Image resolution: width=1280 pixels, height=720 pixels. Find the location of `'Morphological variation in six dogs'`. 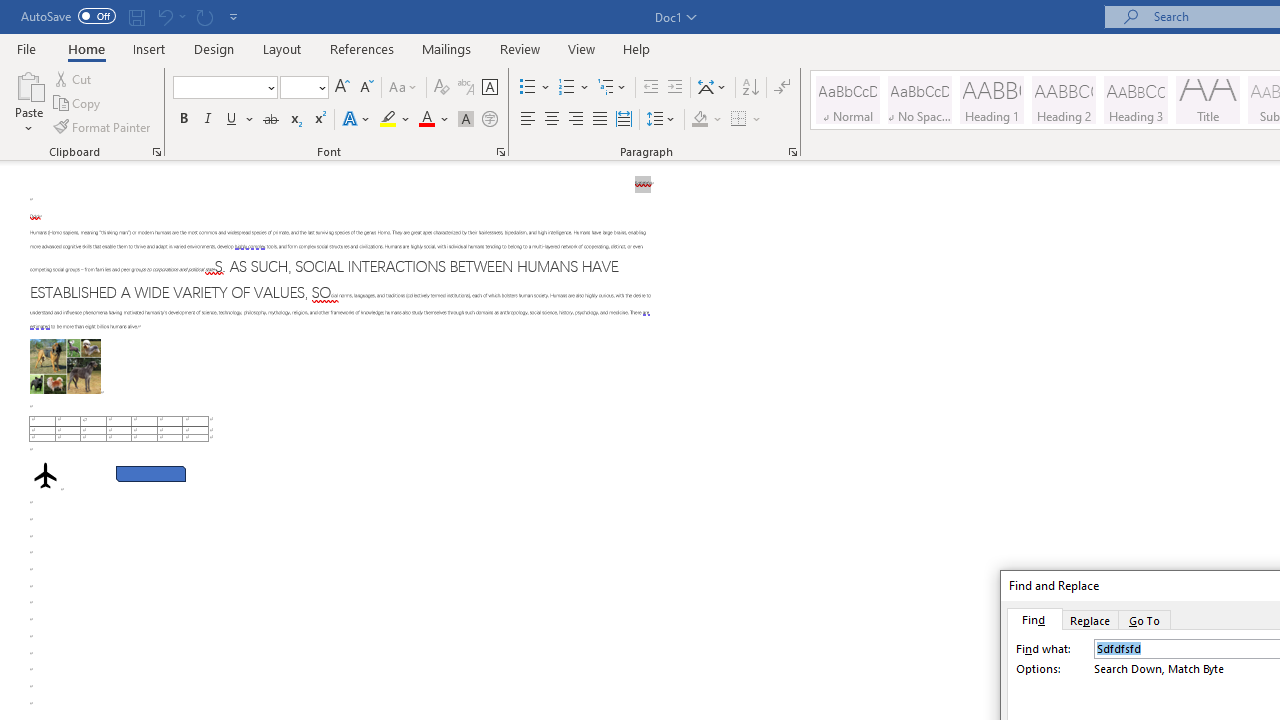

'Morphological variation in six dogs' is located at coordinates (65, 366).